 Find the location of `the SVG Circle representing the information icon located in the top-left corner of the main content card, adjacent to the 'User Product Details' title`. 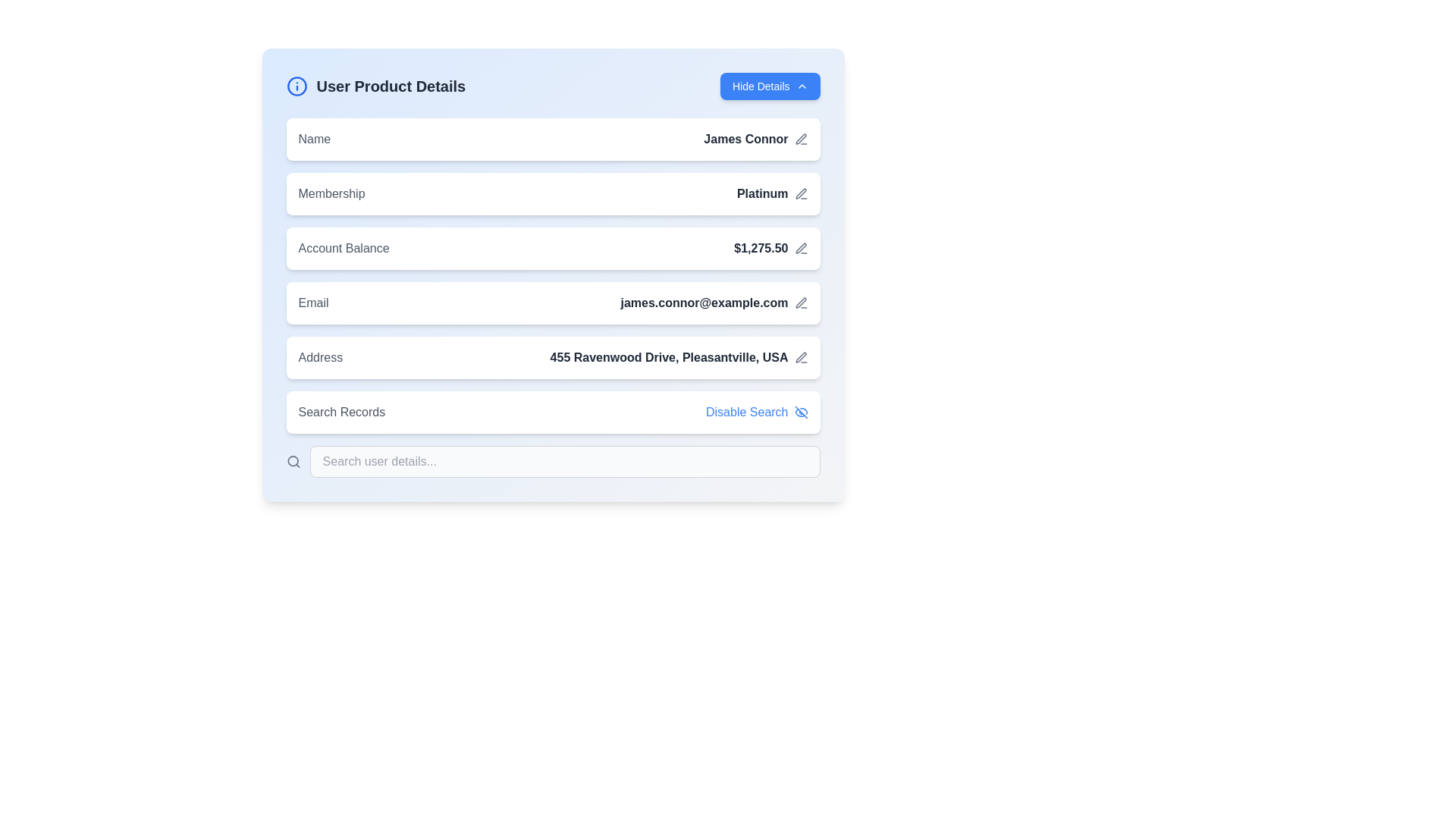

the SVG Circle representing the information icon located in the top-left corner of the main content card, adjacent to the 'User Product Details' title is located at coordinates (297, 86).